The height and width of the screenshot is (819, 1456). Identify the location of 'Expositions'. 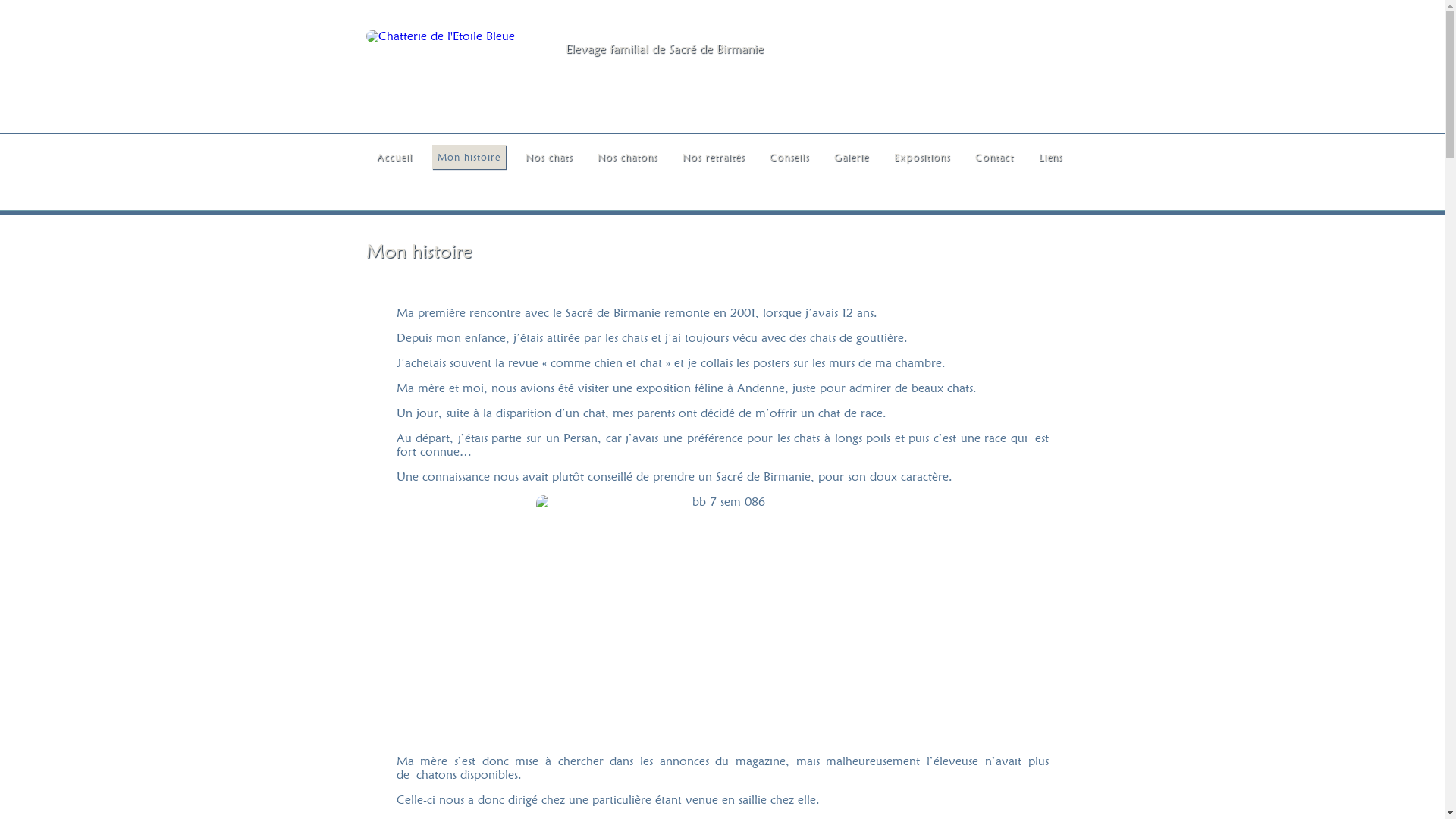
(921, 157).